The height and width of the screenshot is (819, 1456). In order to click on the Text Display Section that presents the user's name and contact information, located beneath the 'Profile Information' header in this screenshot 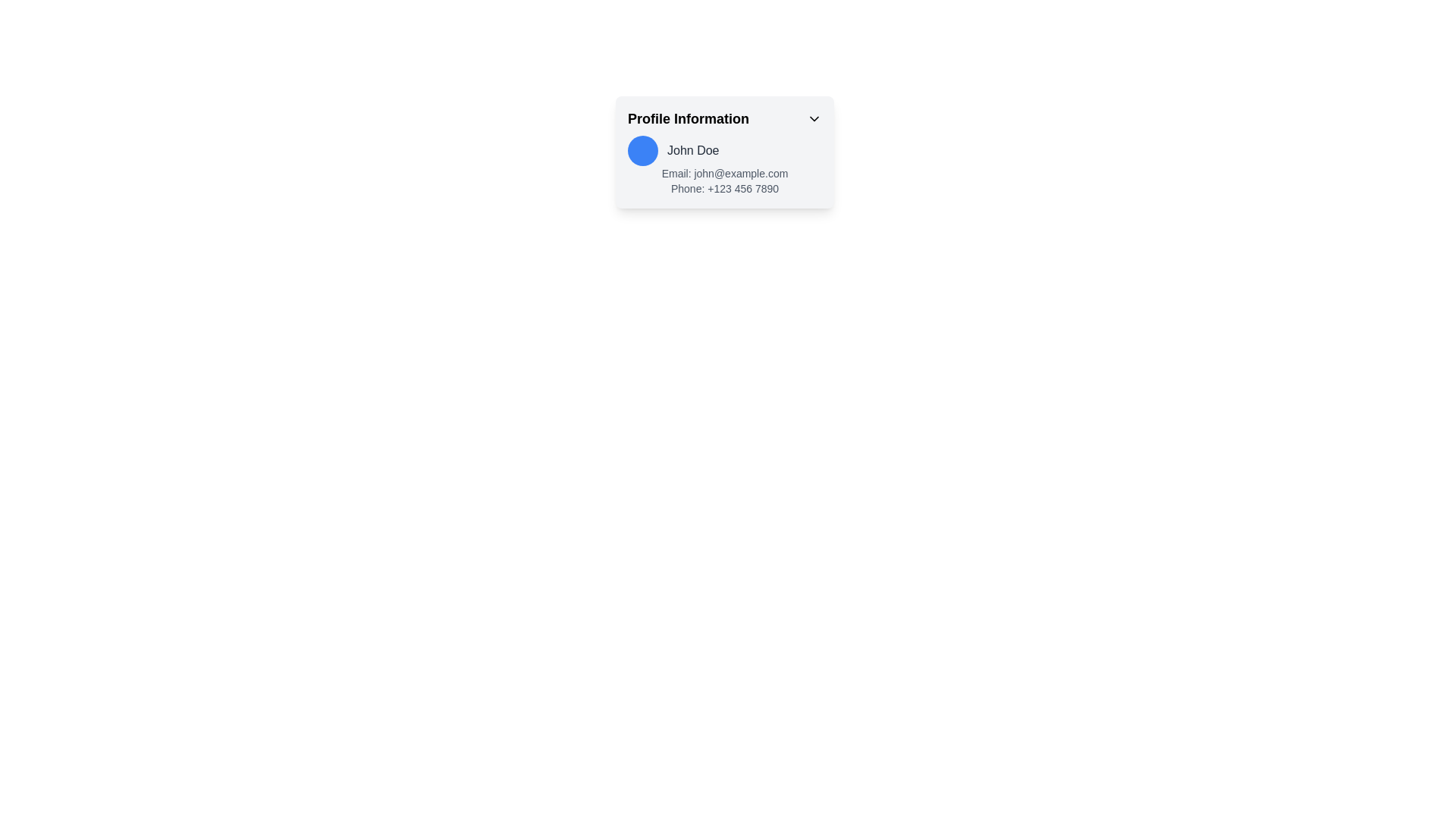, I will do `click(723, 166)`.